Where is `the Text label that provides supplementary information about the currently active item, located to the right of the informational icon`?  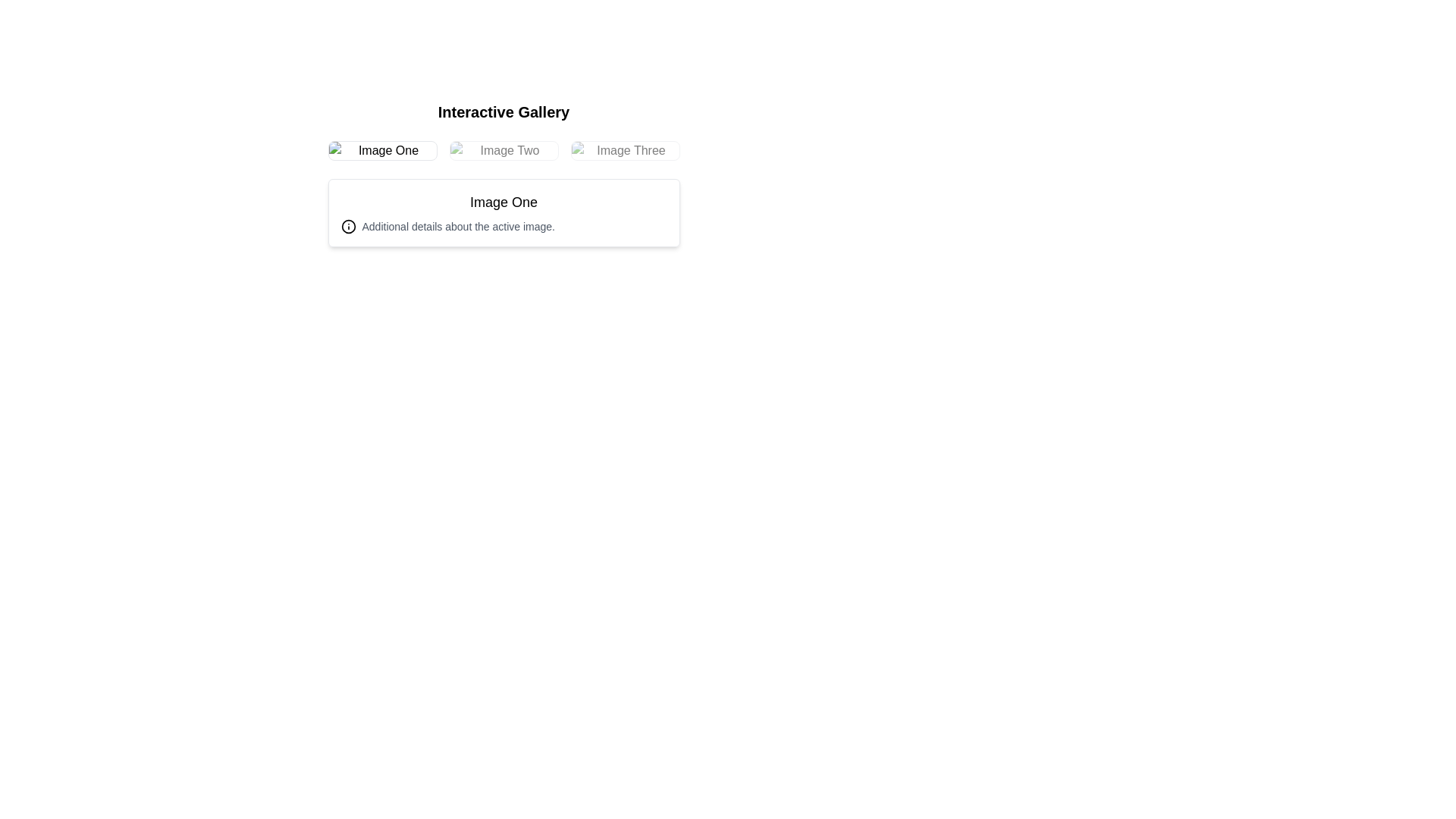
the Text label that provides supplementary information about the currently active item, located to the right of the informational icon is located at coordinates (457, 227).